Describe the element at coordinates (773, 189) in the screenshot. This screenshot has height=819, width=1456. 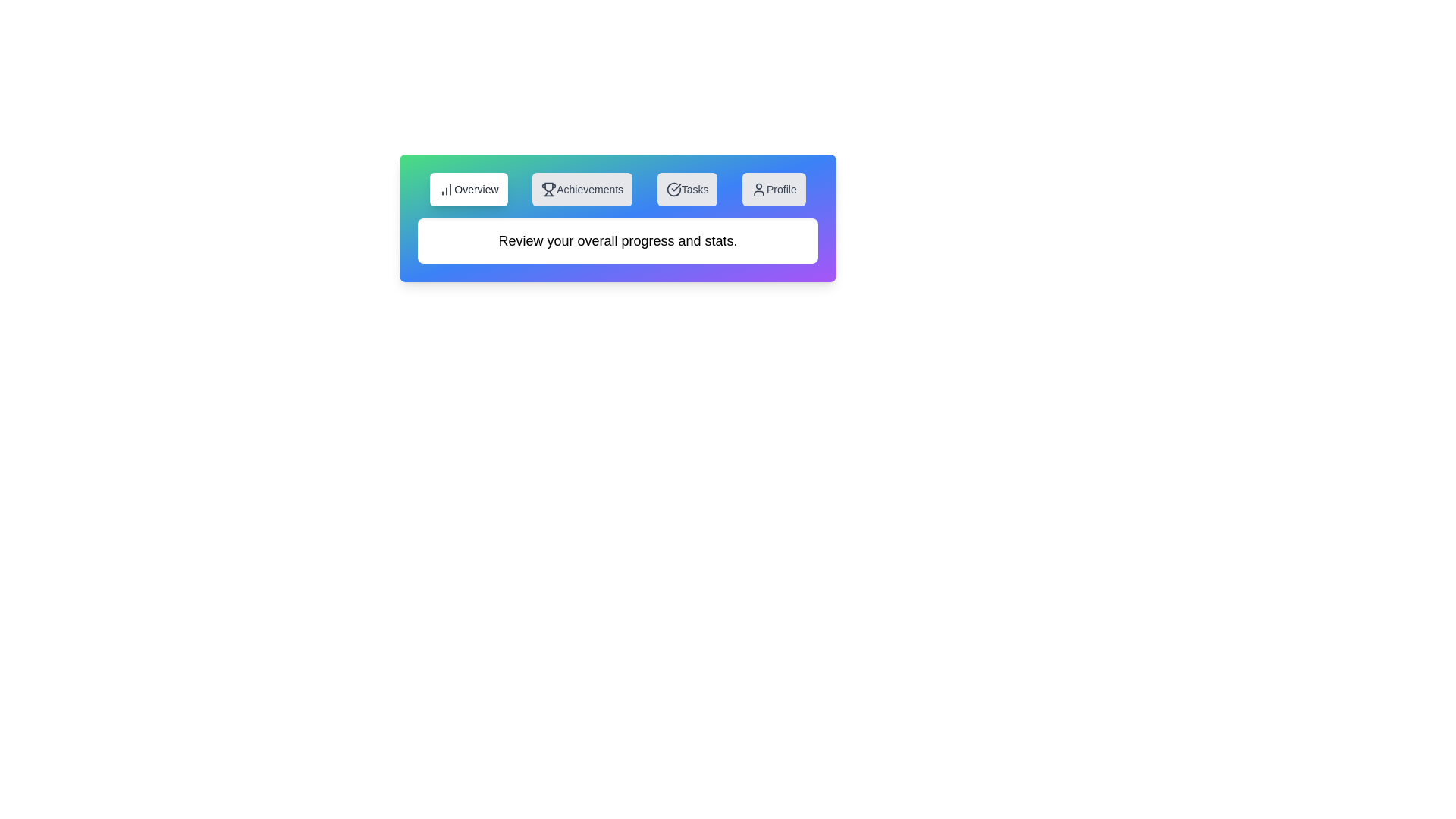
I see `the tab button Profile` at that location.